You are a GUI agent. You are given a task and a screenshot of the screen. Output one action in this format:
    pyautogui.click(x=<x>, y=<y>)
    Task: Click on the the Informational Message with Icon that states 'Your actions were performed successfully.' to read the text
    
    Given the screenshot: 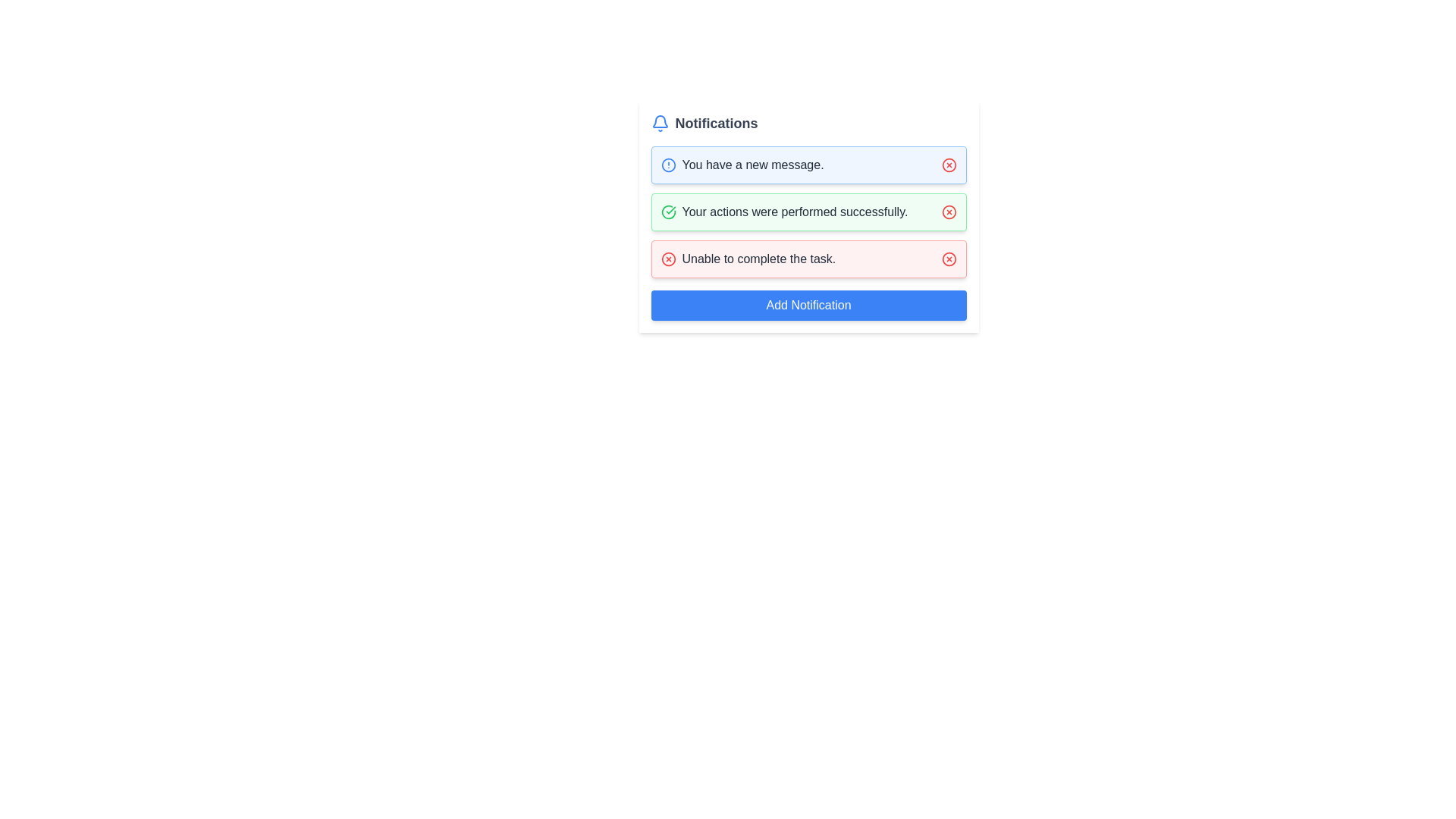 What is the action you would take?
    pyautogui.click(x=784, y=212)
    